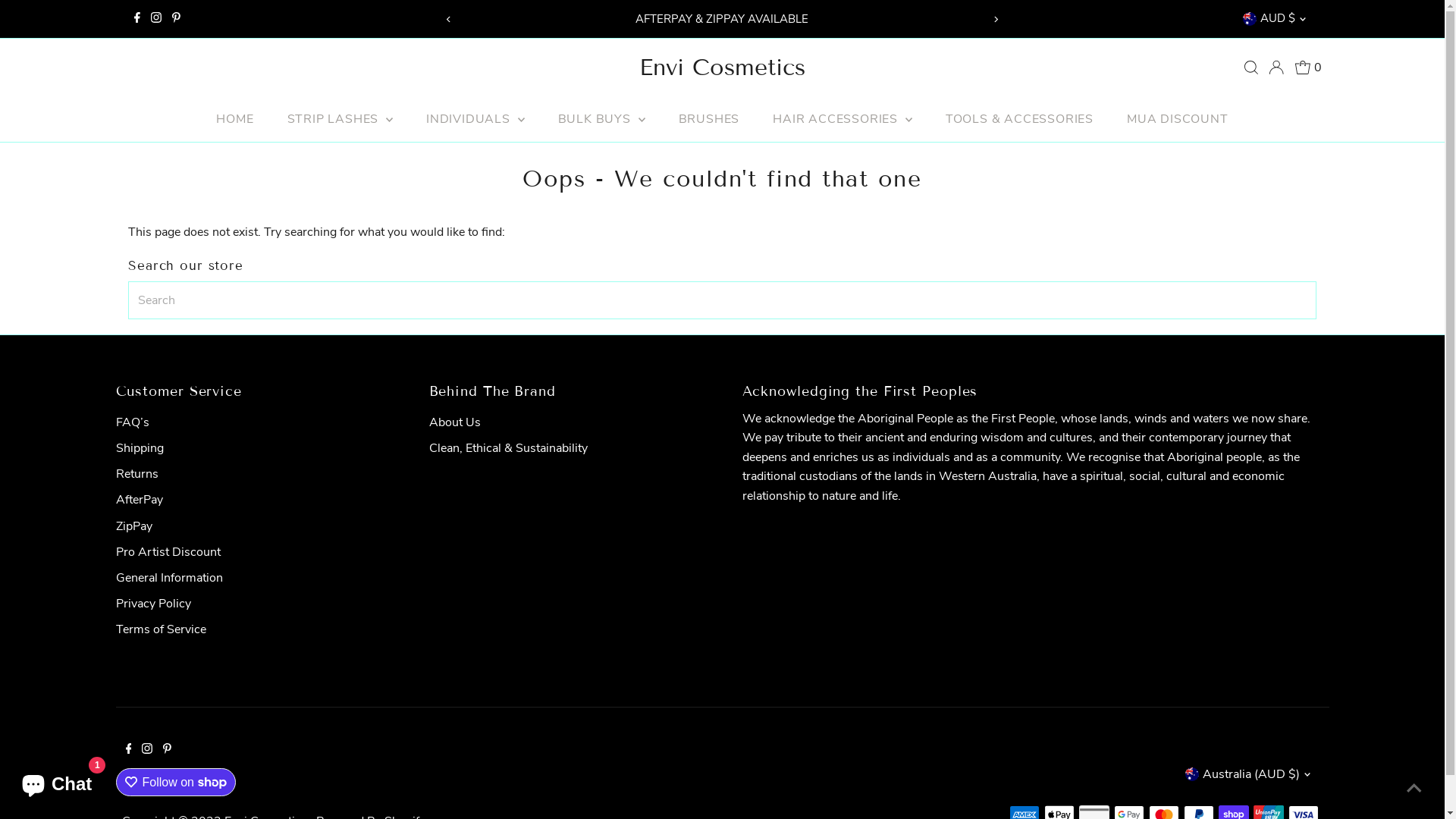 The height and width of the screenshot is (819, 1456). Describe the element at coordinates (1250, 774) in the screenshot. I see `'Australia (AUD $)'` at that location.